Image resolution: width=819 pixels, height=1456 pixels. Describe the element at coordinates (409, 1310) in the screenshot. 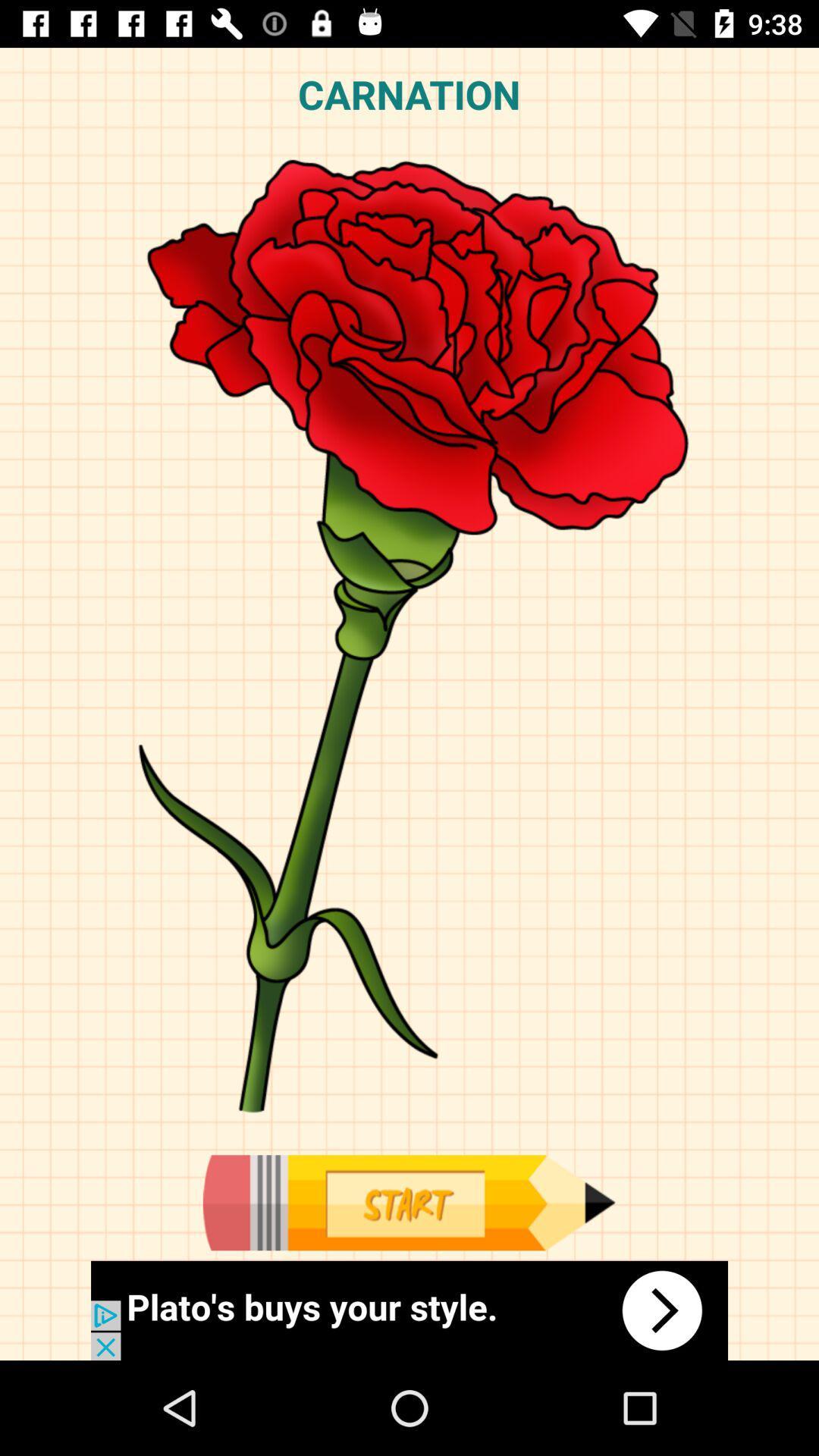

I see `advertisement` at that location.